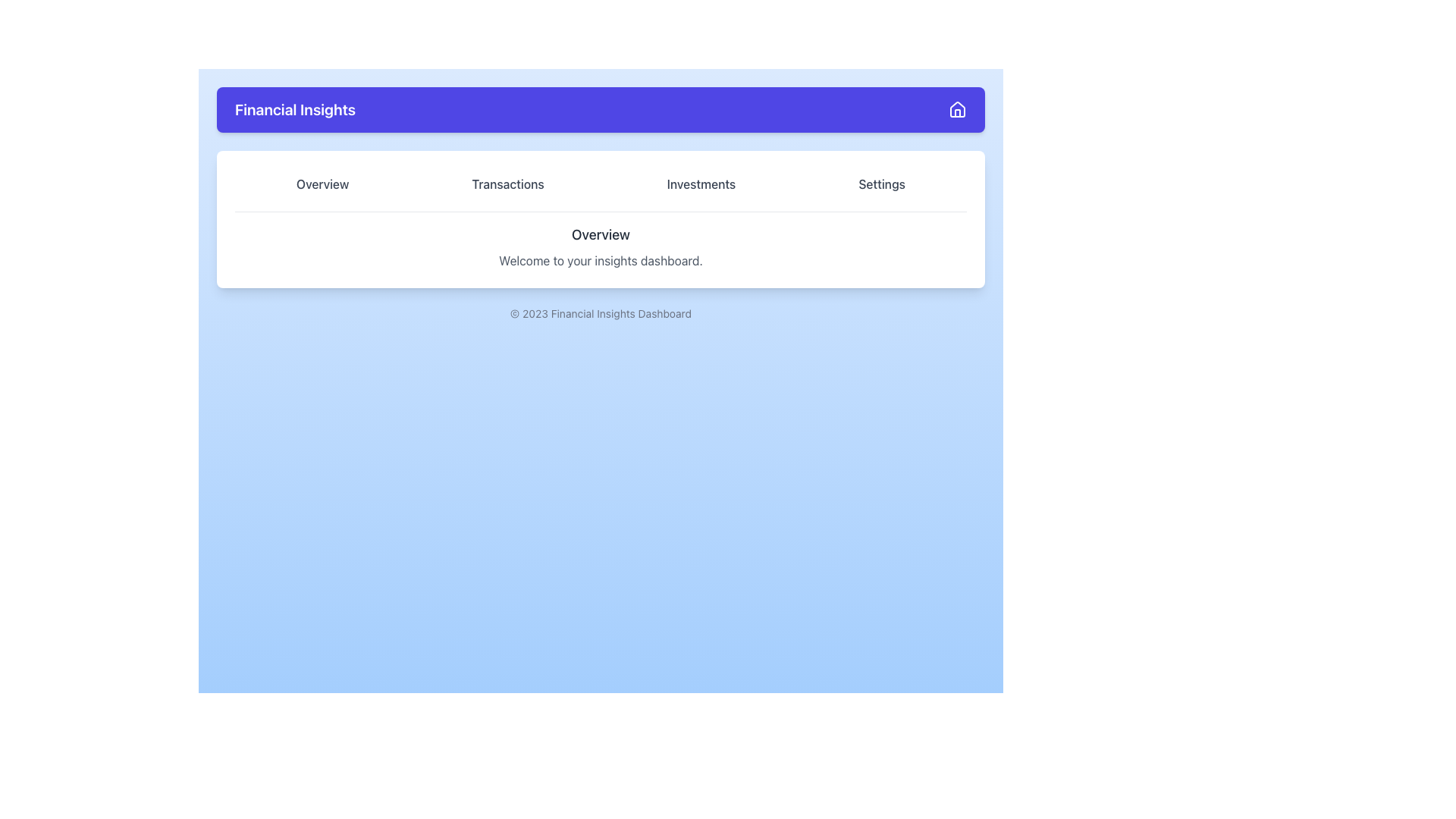 Image resolution: width=1456 pixels, height=819 pixels. What do you see at coordinates (600, 259) in the screenshot?
I see `introductory text label positioned below the 'Overview' header in the dashboard context` at bounding box center [600, 259].